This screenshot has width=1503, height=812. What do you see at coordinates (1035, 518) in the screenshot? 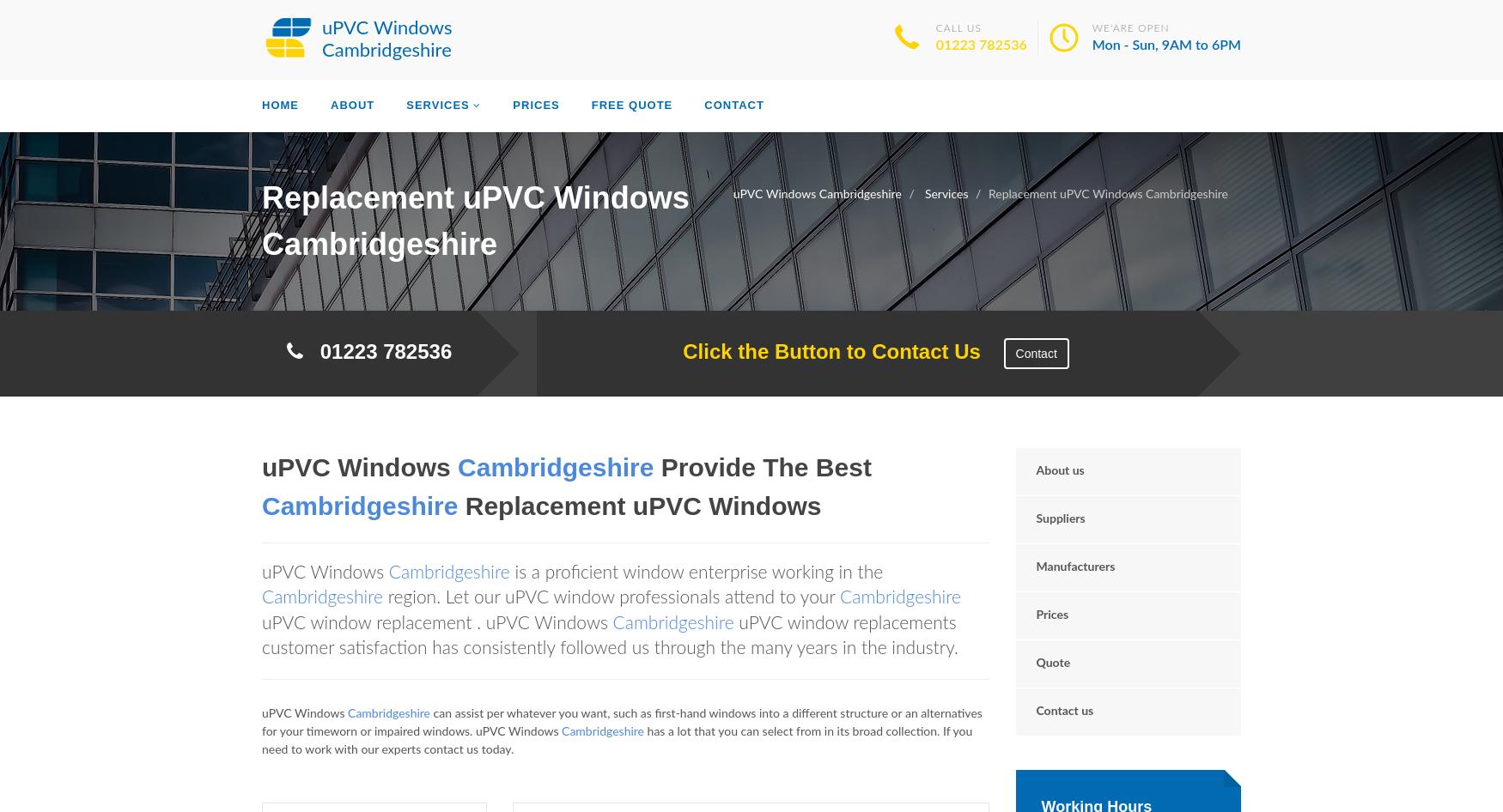
I see `'Suppliers'` at bounding box center [1035, 518].